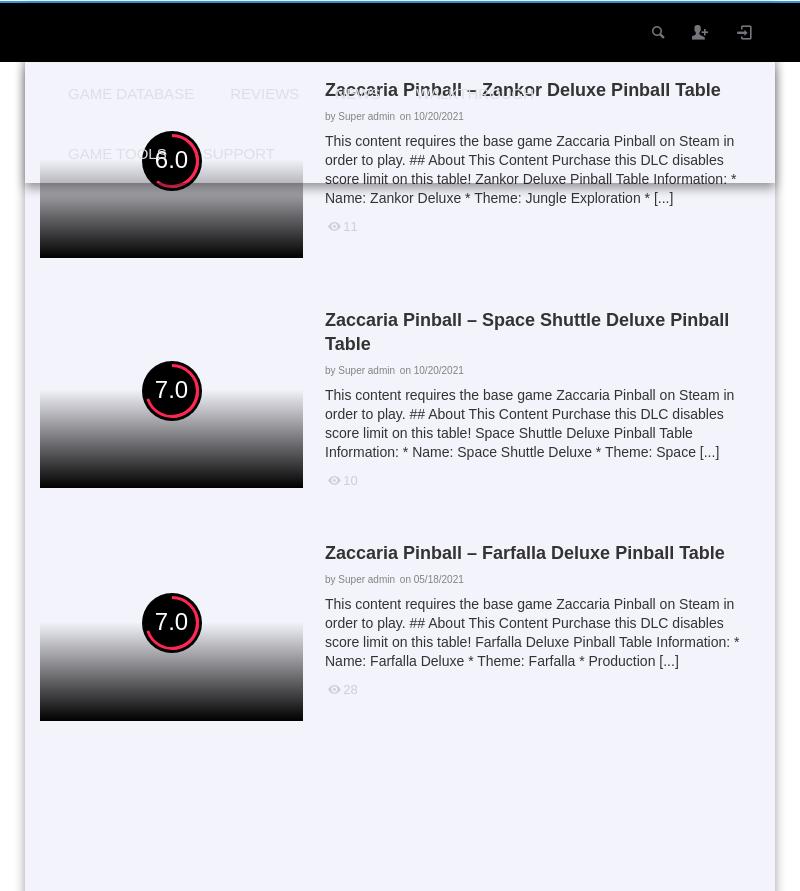 This screenshot has height=891, width=800. What do you see at coordinates (523, 551) in the screenshot?
I see `'Zaccaria Pinball – Farfalla Deluxe Pinball Table'` at bounding box center [523, 551].